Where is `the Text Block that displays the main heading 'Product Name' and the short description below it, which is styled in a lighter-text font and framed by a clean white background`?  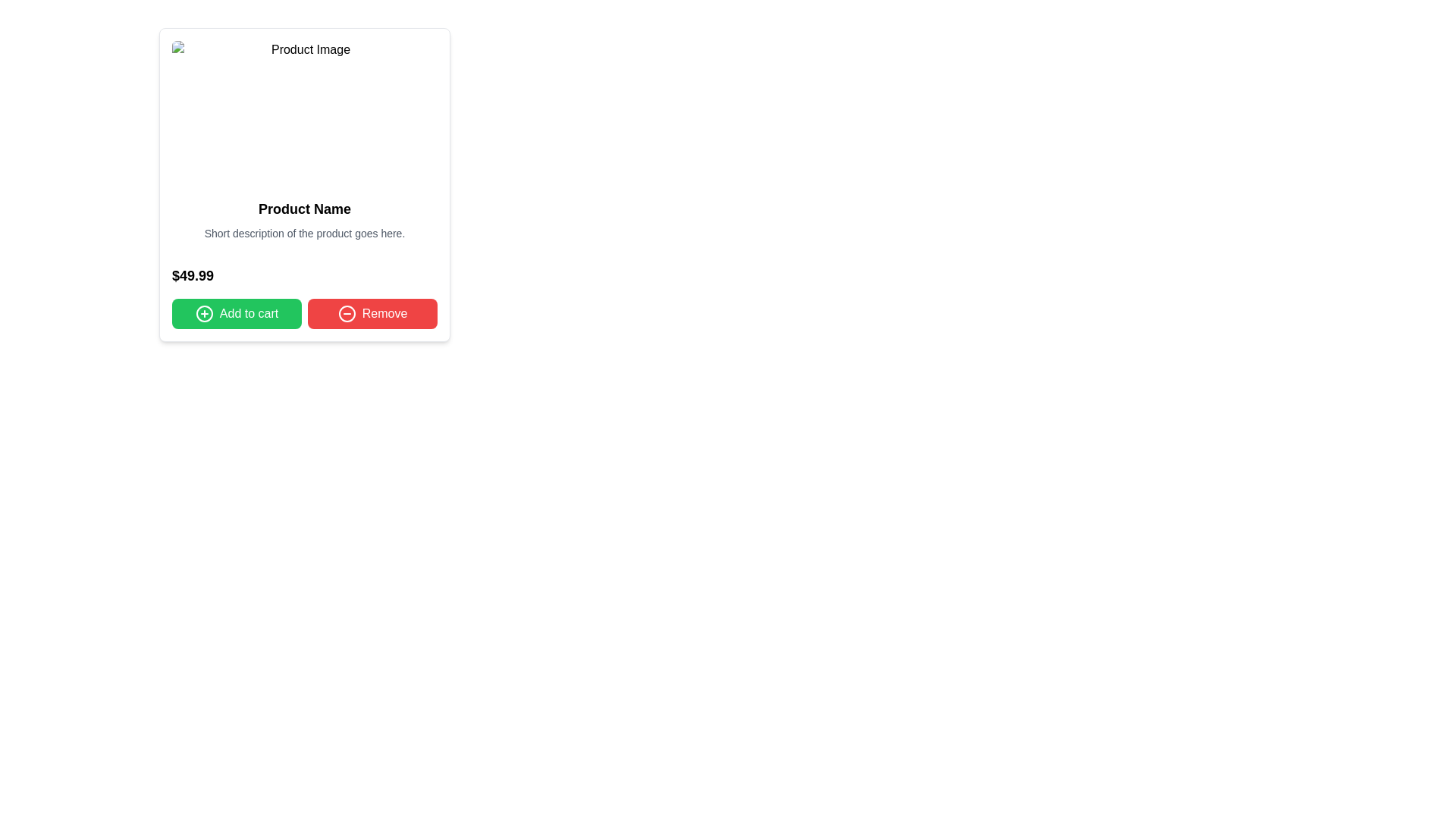
the Text Block that displays the main heading 'Product Name' and the short description below it, which is styled in a lighter-text font and framed by a clean white background is located at coordinates (304, 219).